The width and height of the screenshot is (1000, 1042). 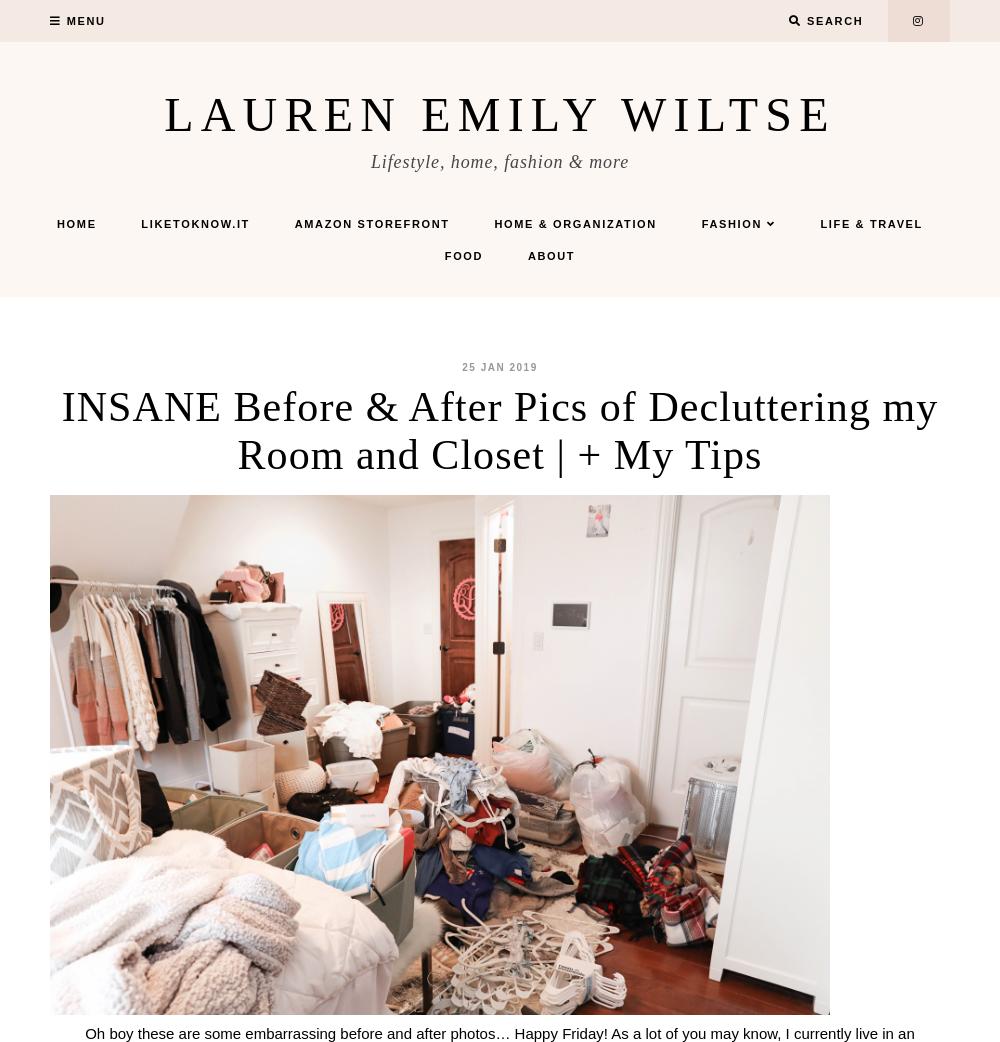 I want to click on 'LIKEtoKNOW.it', so click(x=194, y=223).